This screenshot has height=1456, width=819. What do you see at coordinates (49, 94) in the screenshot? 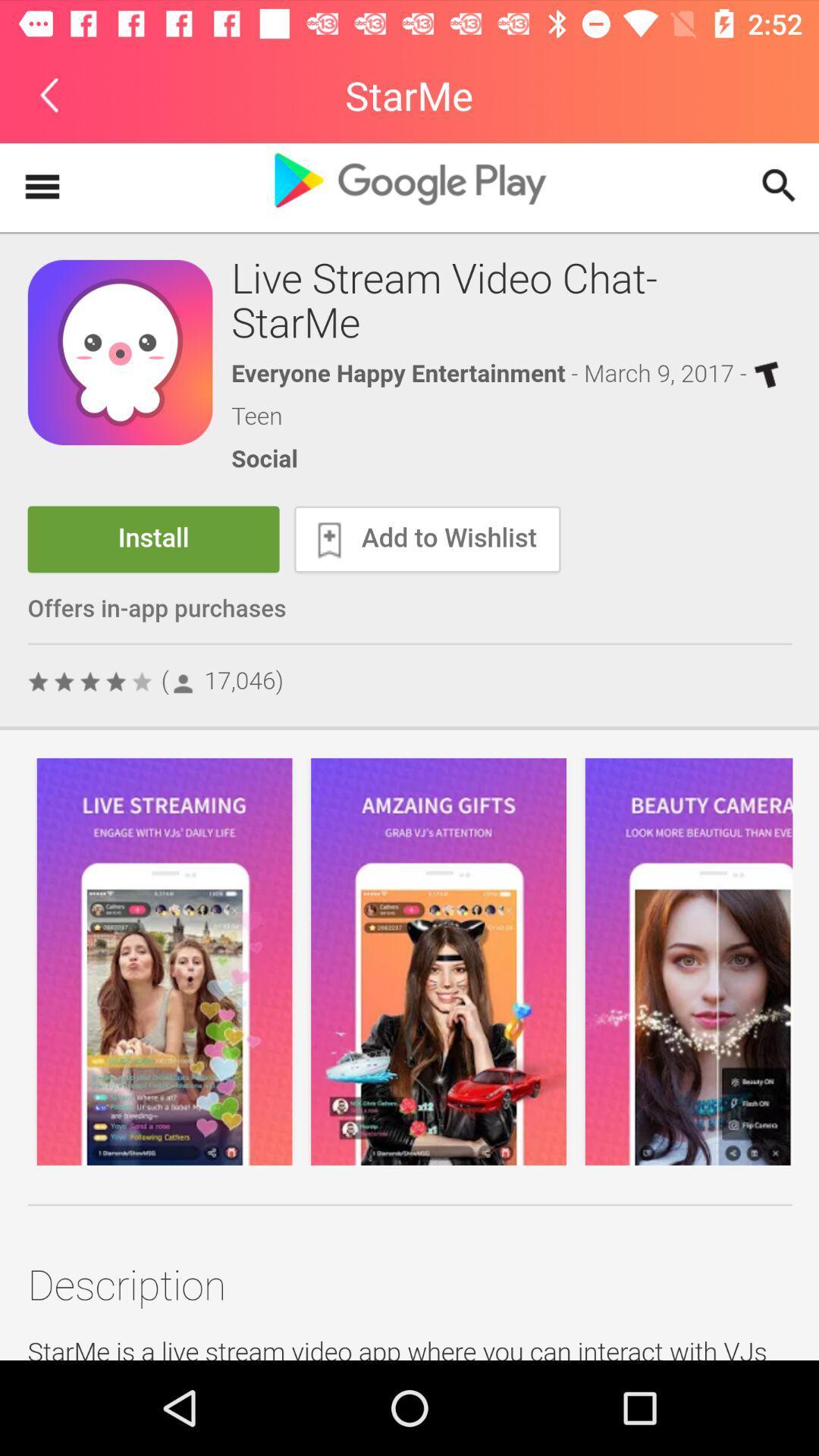
I see `the arrow_backward icon` at bounding box center [49, 94].